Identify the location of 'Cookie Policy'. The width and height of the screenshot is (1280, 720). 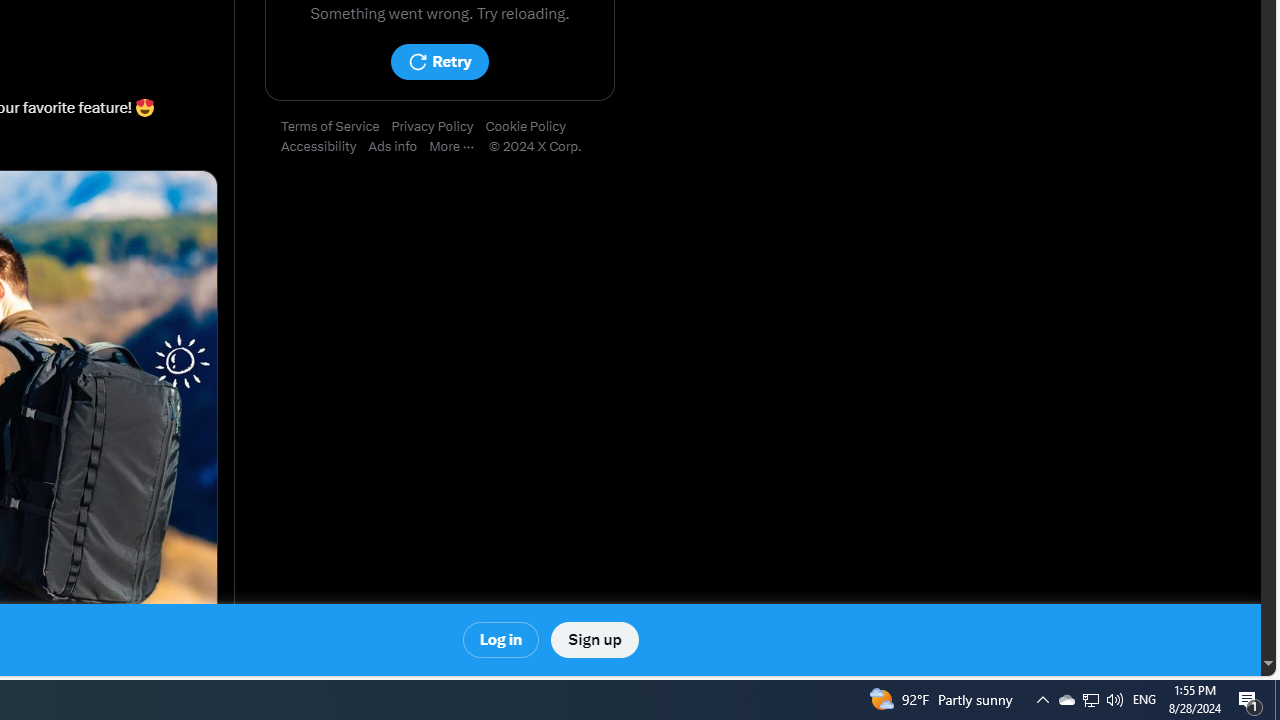
(531, 127).